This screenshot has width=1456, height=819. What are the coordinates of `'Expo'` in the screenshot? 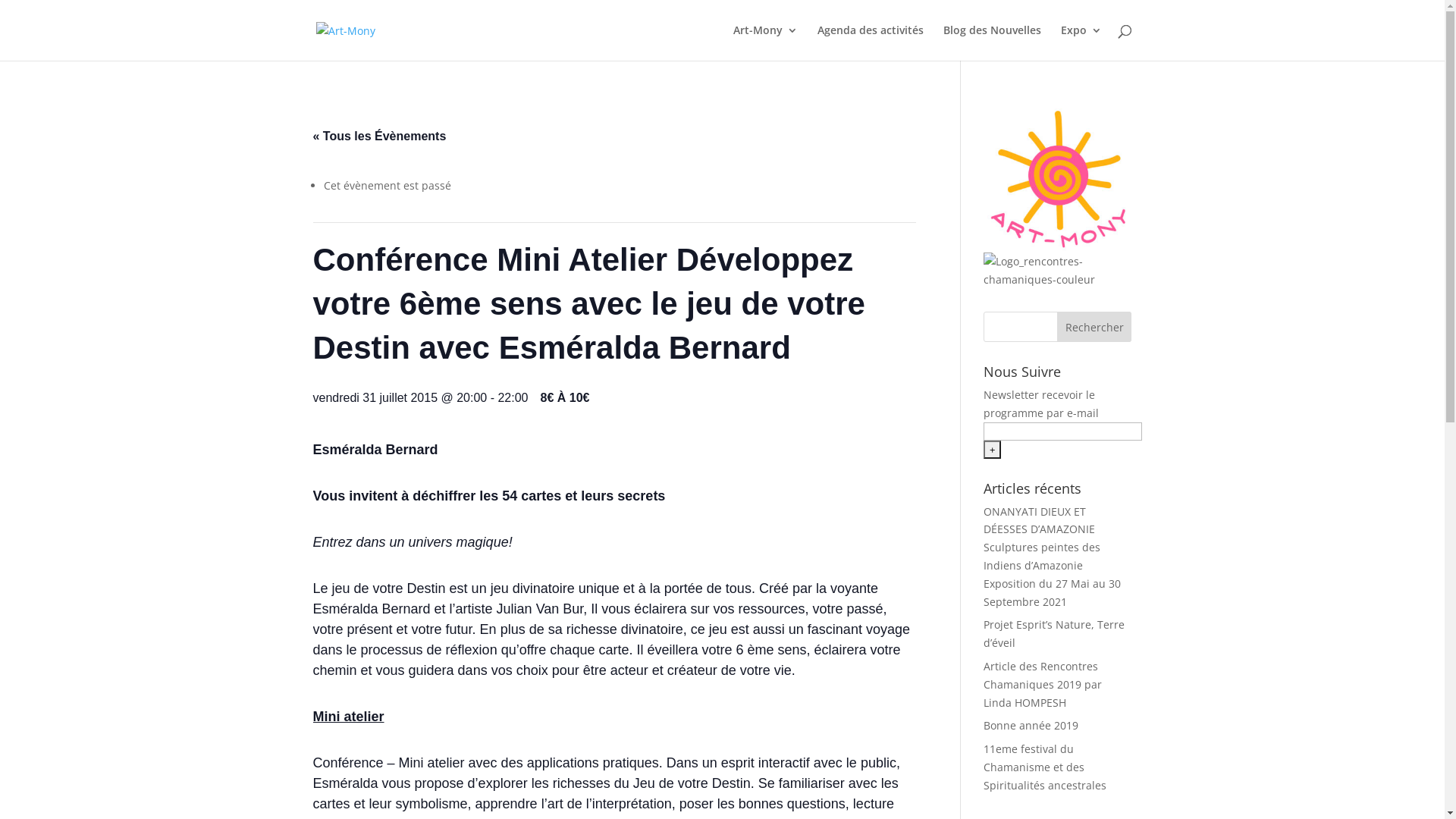 It's located at (1059, 42).